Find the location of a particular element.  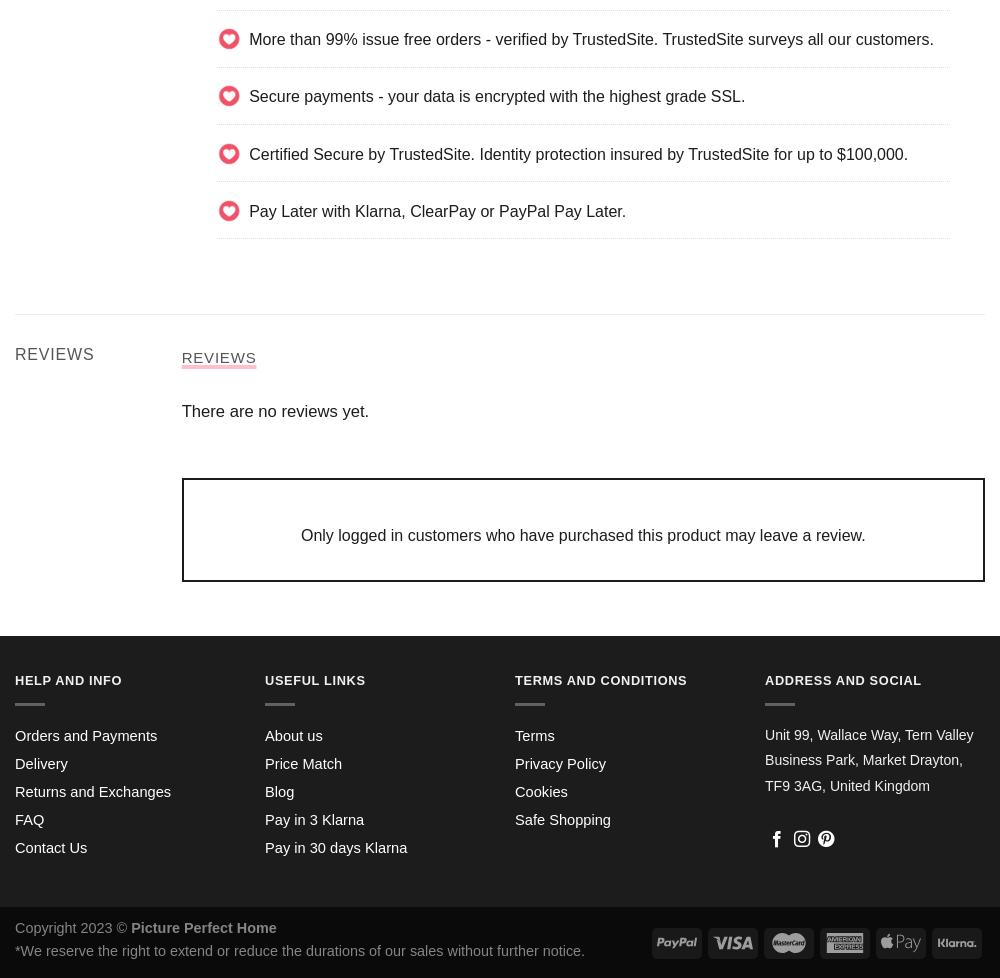

'About us' is located at coordinates (293, 734).